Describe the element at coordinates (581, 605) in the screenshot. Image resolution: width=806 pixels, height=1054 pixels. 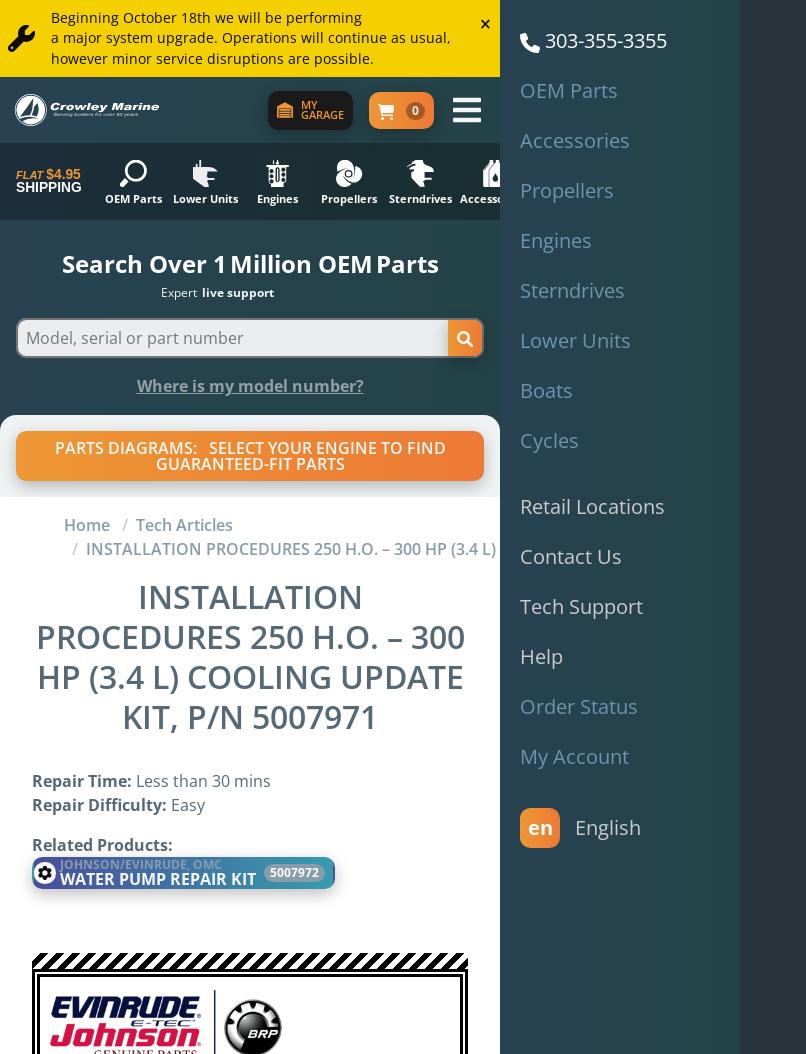
I see `'Tech Support'` at that location.